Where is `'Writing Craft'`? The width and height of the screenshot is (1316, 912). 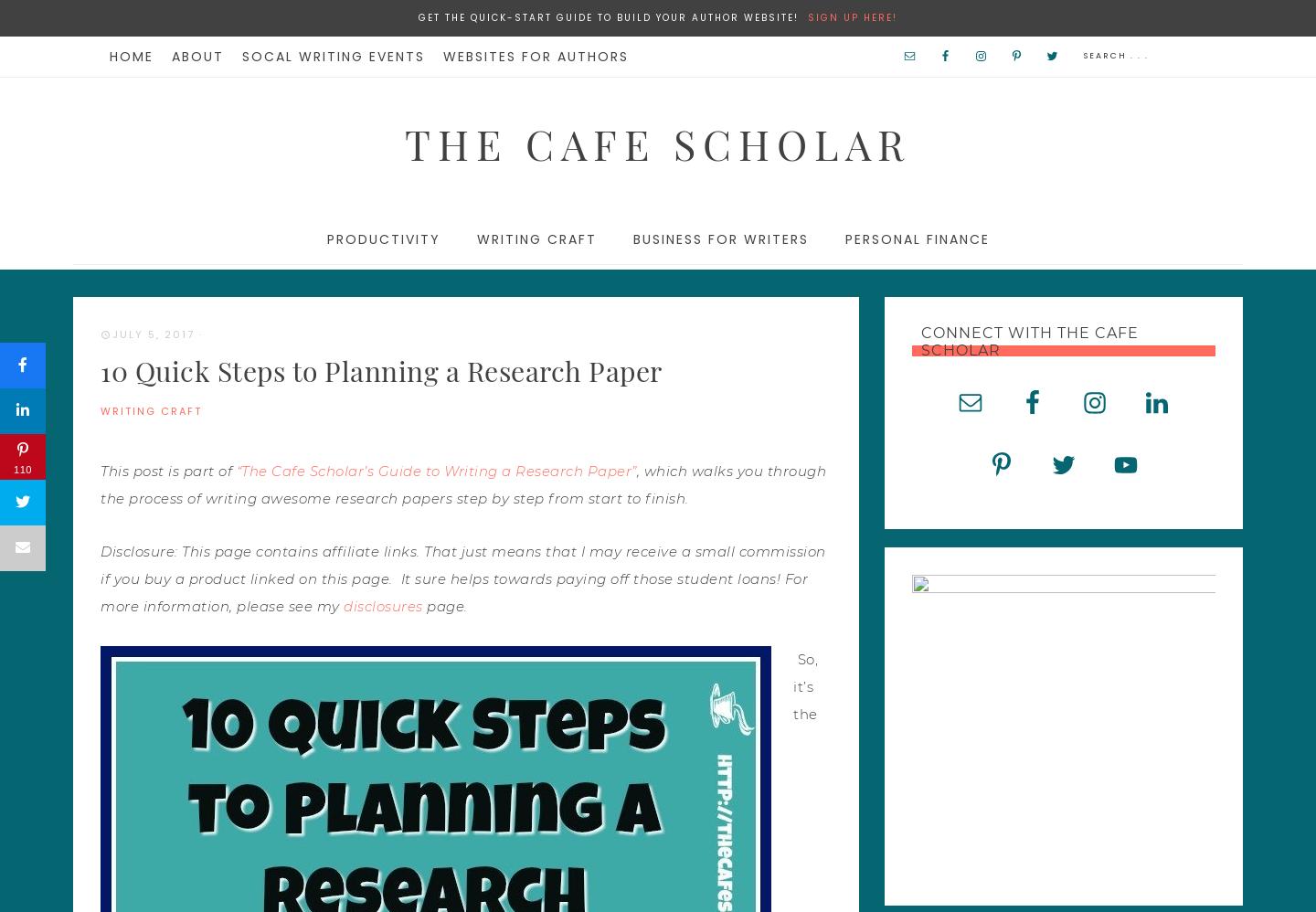 'Writing Craft' is located at coordinates (536, 238).